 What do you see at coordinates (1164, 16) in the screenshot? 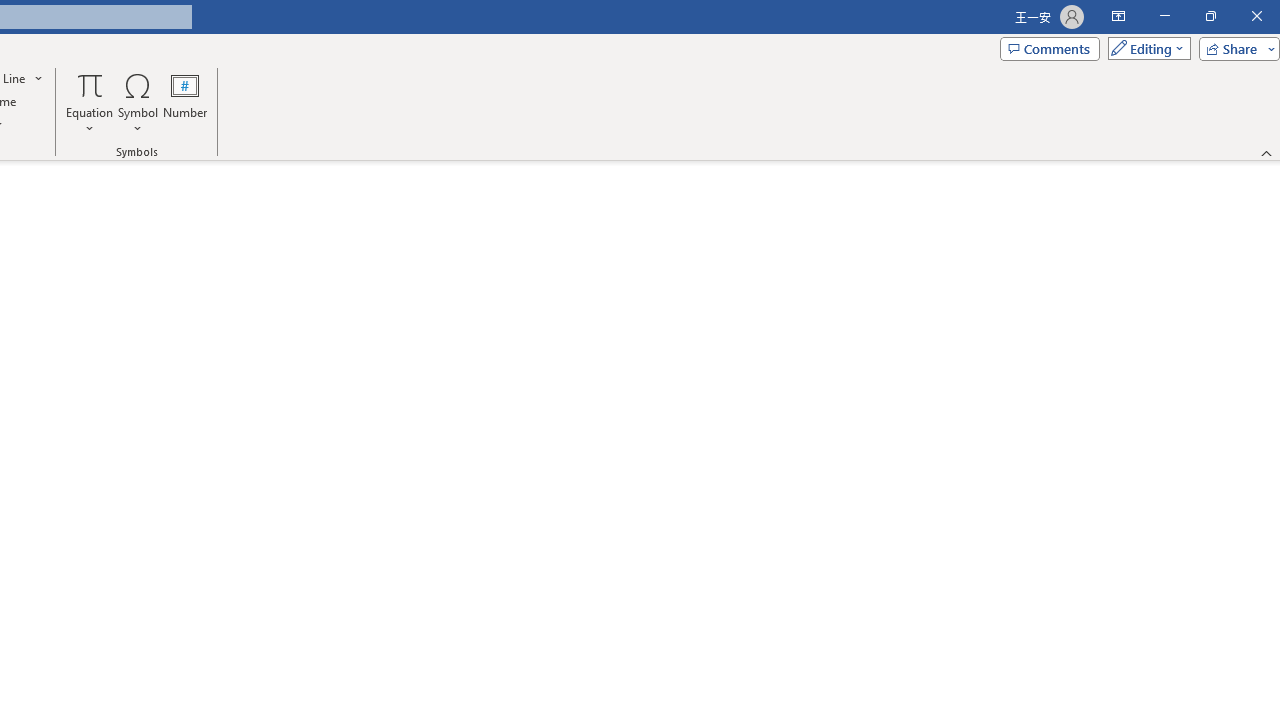
I see `'Minimize'` at bounding box center [1164, 16].